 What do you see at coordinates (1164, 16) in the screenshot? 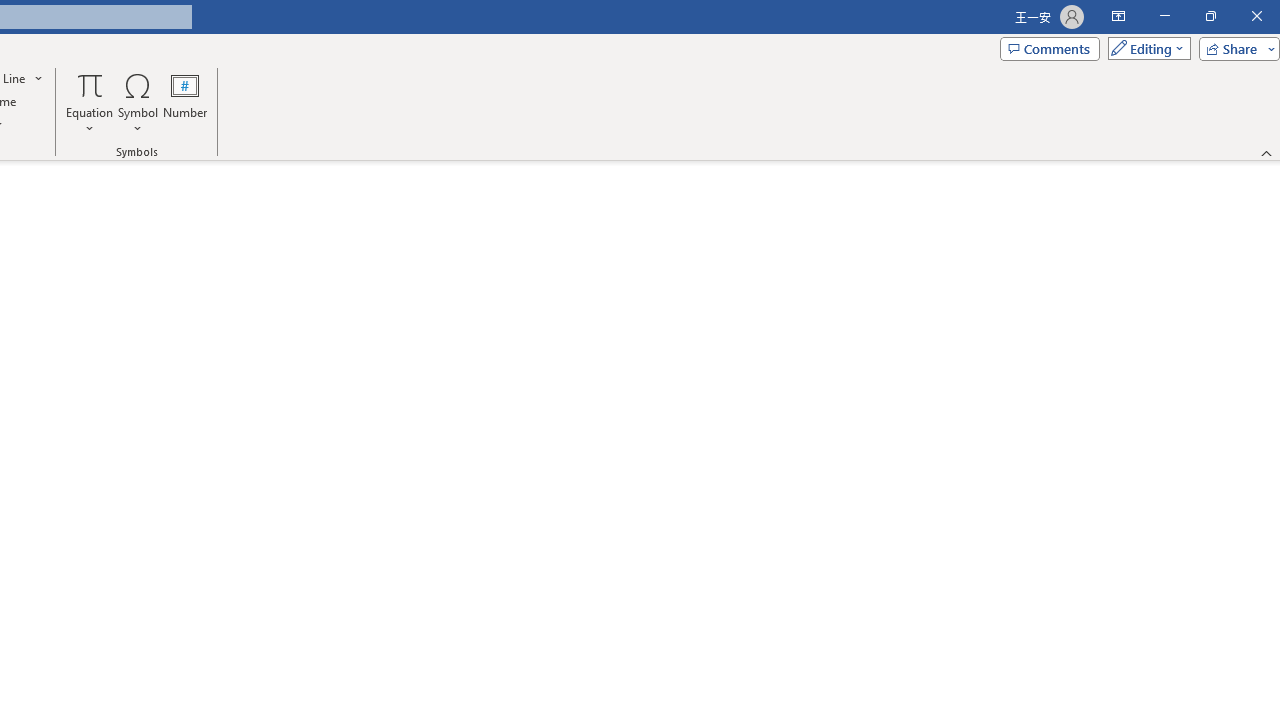
I see `'Minimize'` at bounding box center [1164, 16].